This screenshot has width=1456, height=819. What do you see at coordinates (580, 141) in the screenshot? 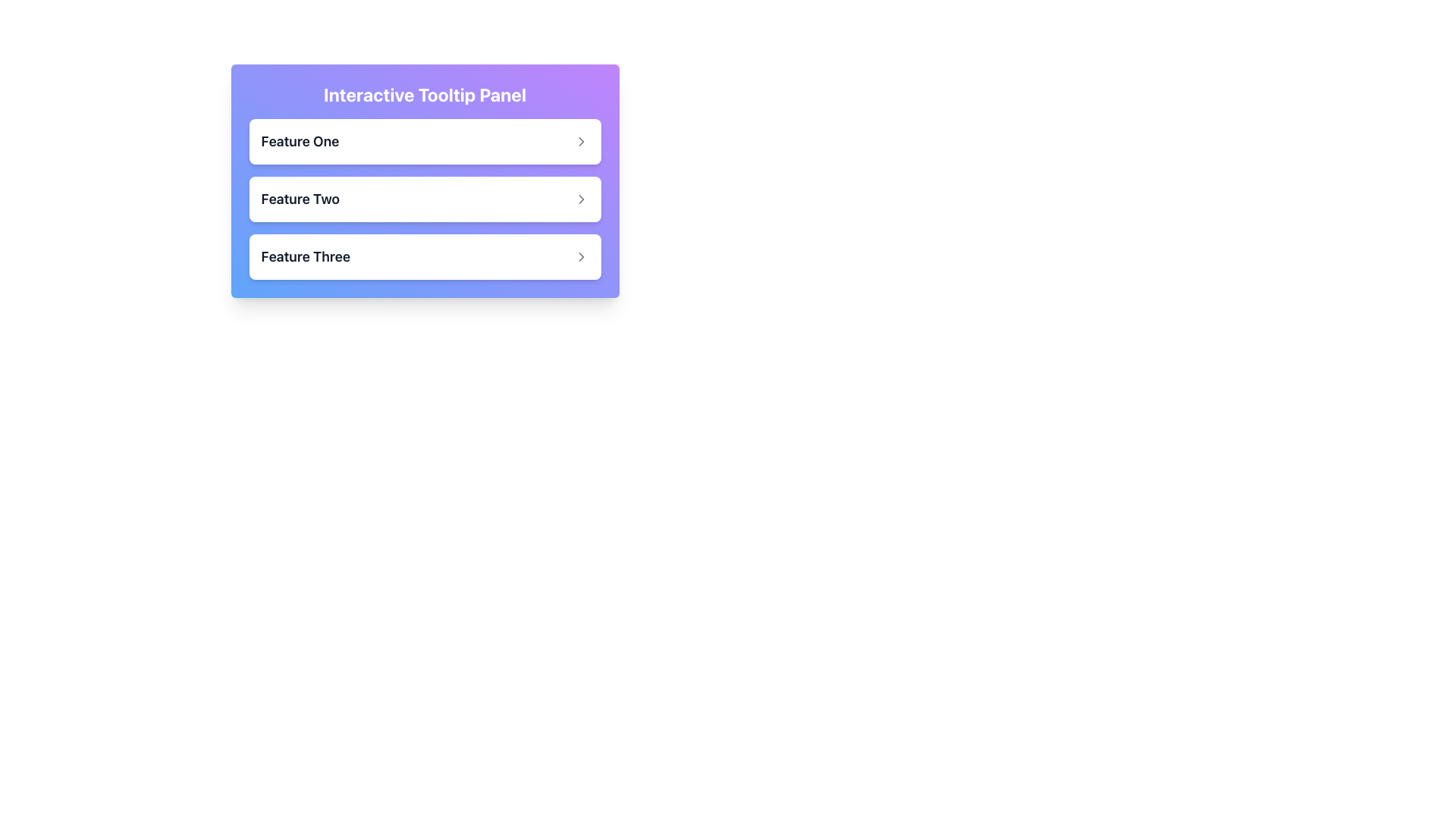
I see `the icon located within the interactive tooltip panel to the right of the 'Feature One' text label, which may reveal a tooltip or change its appearance` at bounding box center [580, 141].